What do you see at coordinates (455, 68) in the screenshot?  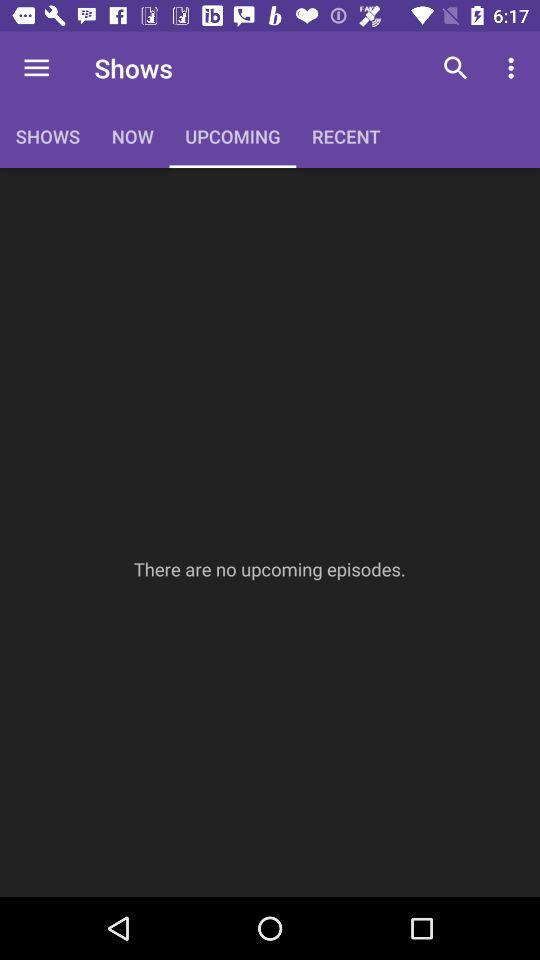 I see `the icon above there are no` at bounding box center [455, 68].